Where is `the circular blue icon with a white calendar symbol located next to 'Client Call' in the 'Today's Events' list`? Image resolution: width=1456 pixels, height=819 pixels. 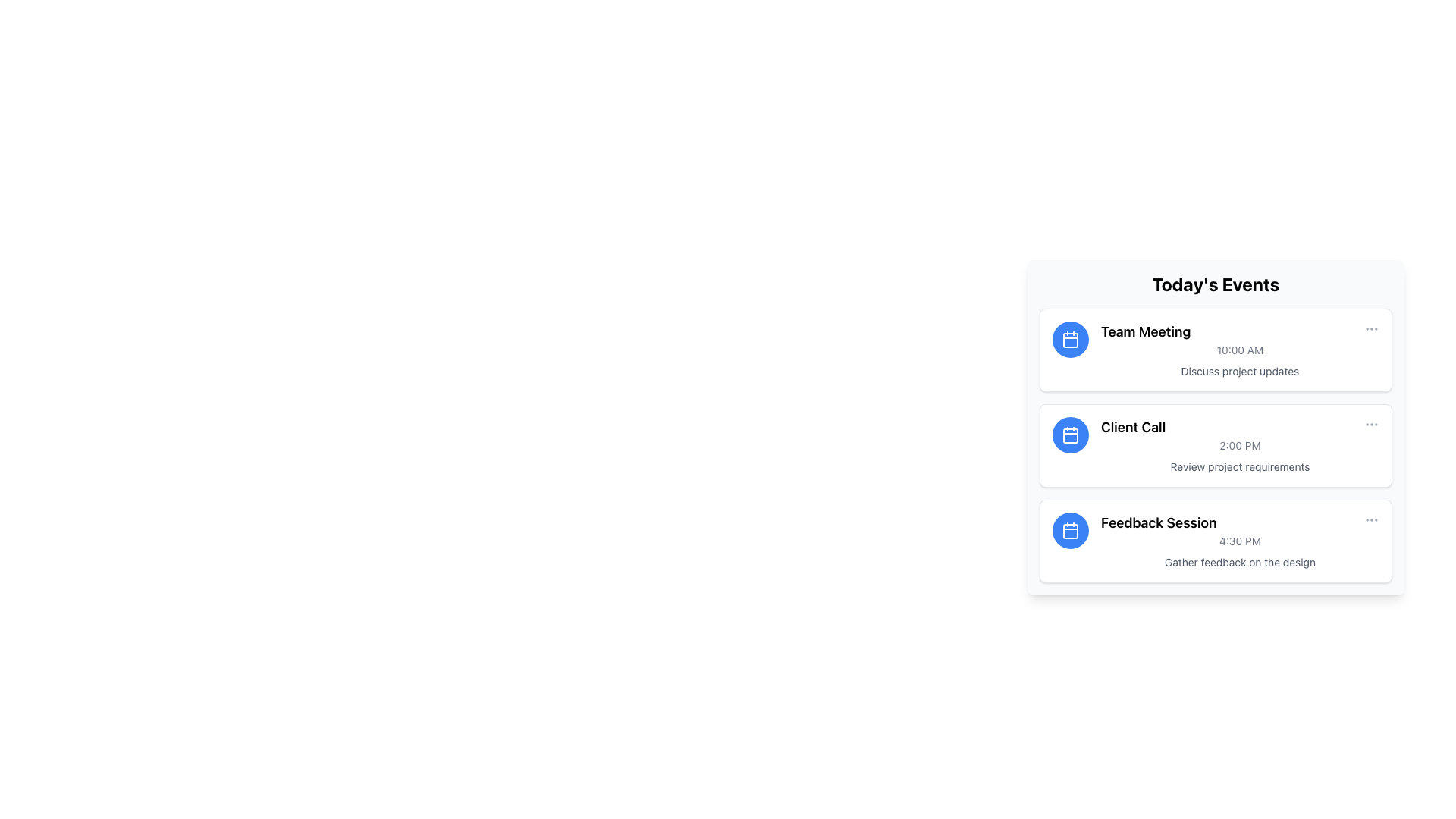
the circular blue icon with a white calendar symbol located next to 'Client Call' in the 'Today's Events' list is located at coordinates (1069, 435).